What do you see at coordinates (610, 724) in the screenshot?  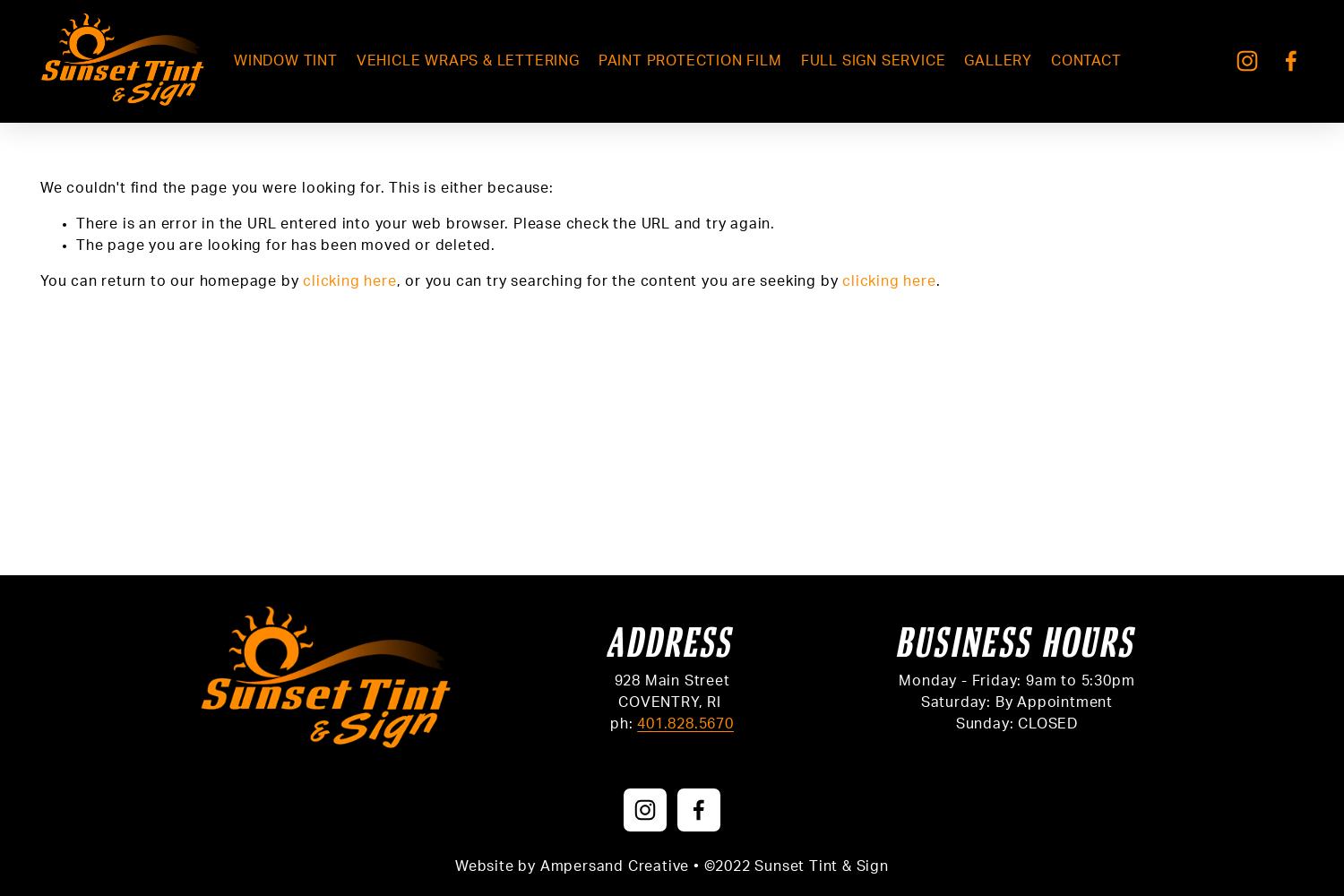 I see `'ph:'` at bounding box center [610, 724].